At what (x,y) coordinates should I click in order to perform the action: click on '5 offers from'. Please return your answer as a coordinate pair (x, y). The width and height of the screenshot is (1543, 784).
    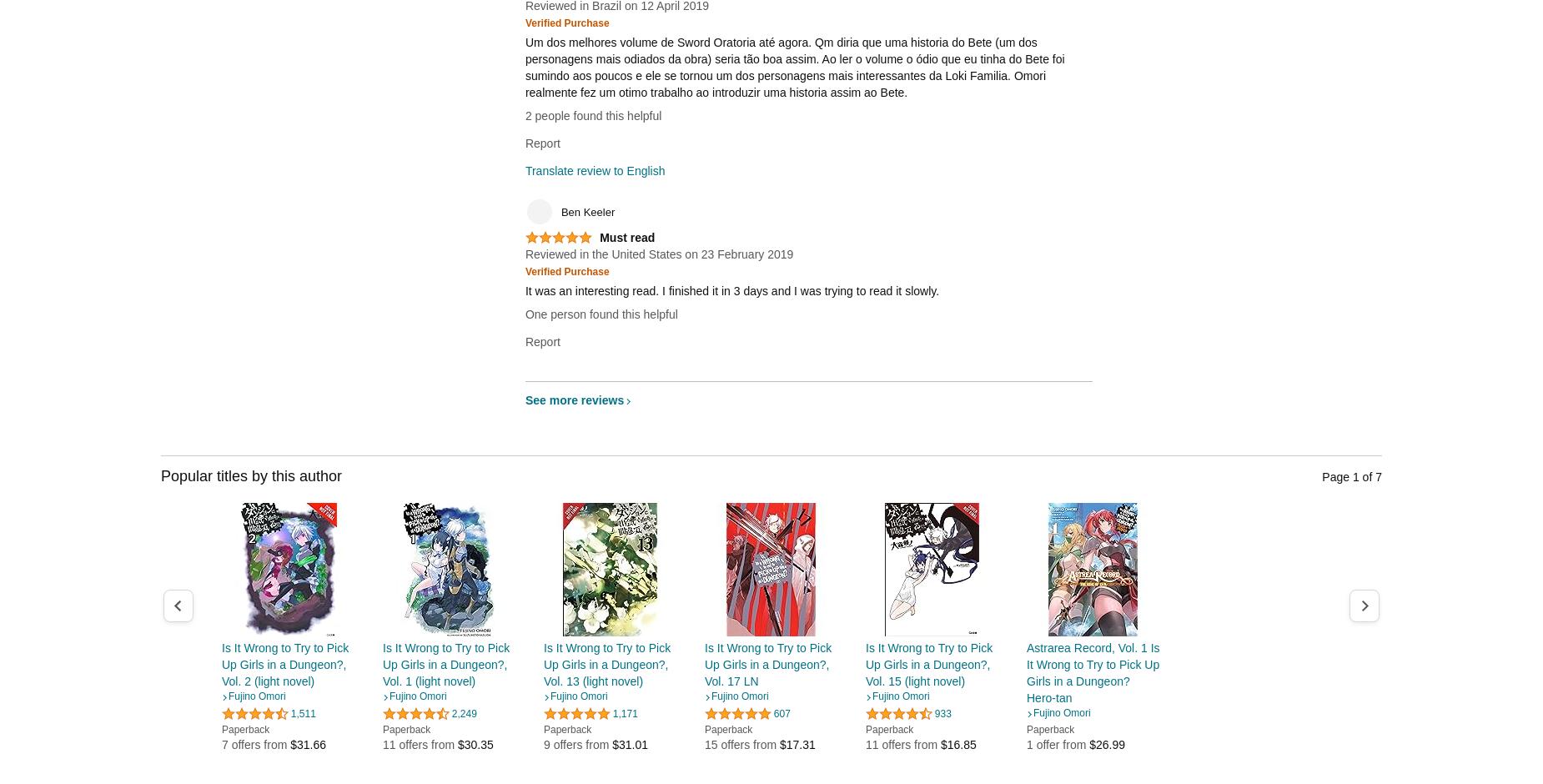
    Looking at the image, I should click on (1222, 761).